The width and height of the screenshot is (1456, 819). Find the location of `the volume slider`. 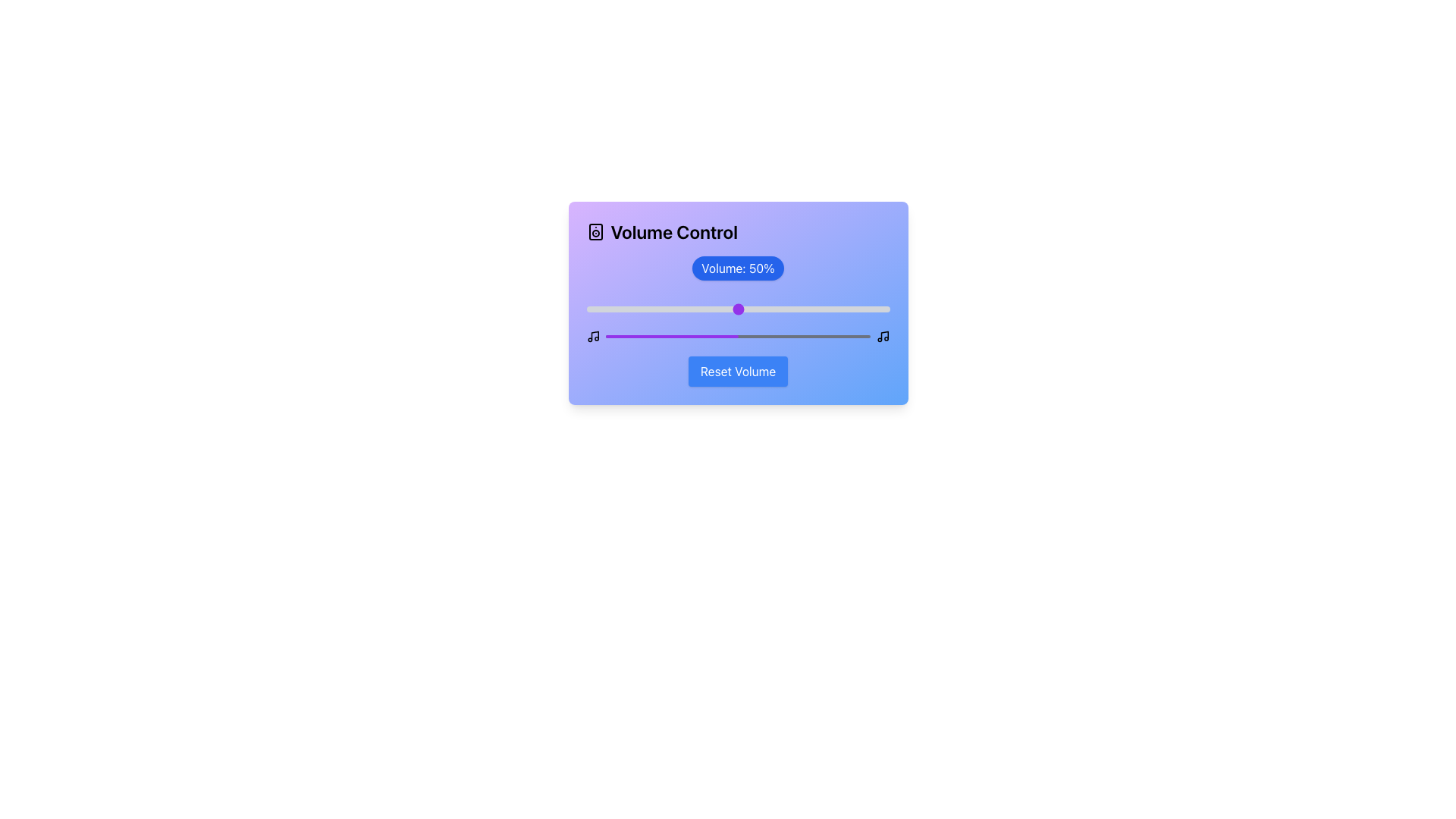

the volume slider is located at coordinates (865, 309).